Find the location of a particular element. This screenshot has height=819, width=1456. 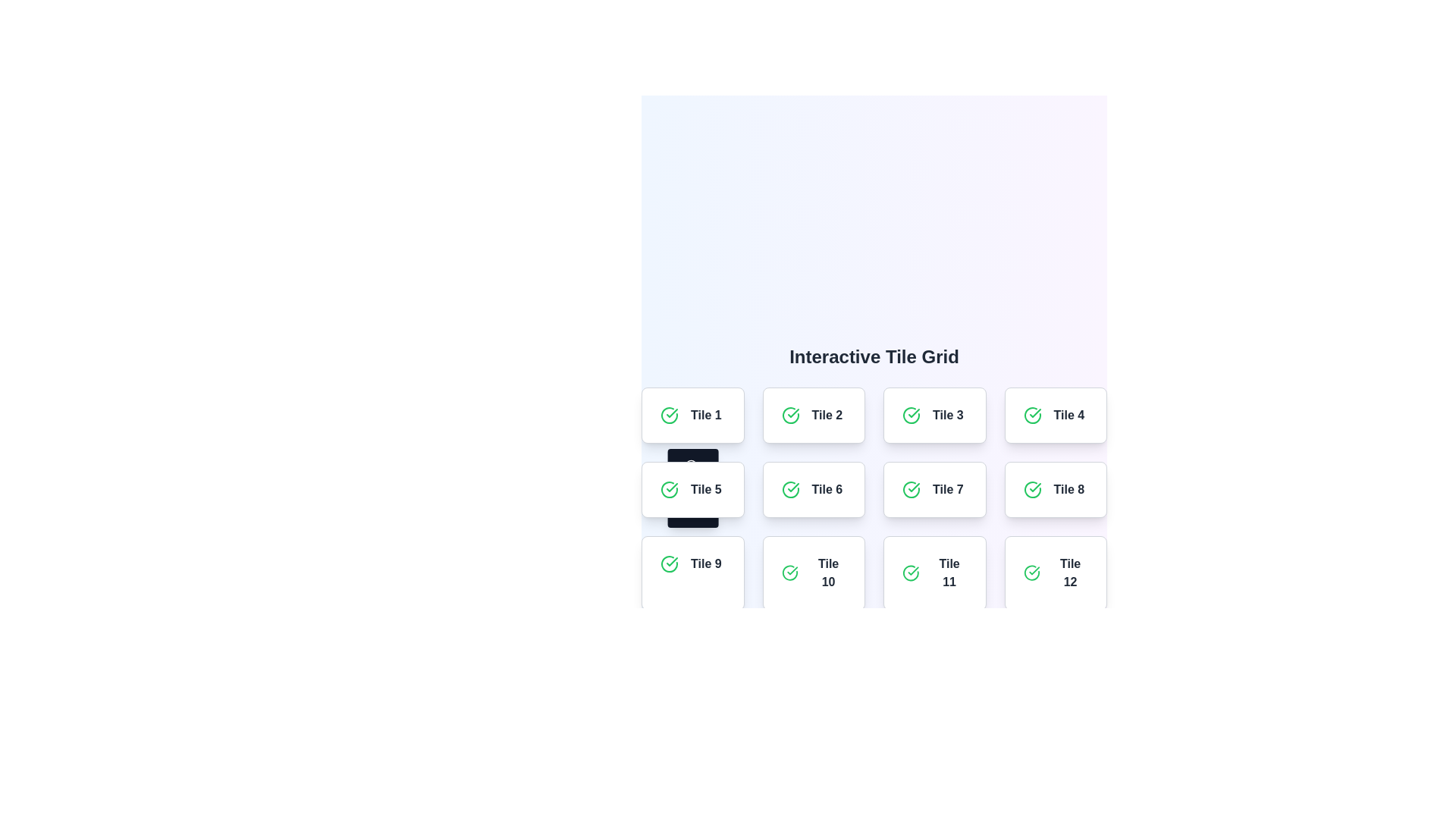

the grid tile labeled 'Tile 5' that features a green check icon, indicating its active state is located at coordinates (692, 489).